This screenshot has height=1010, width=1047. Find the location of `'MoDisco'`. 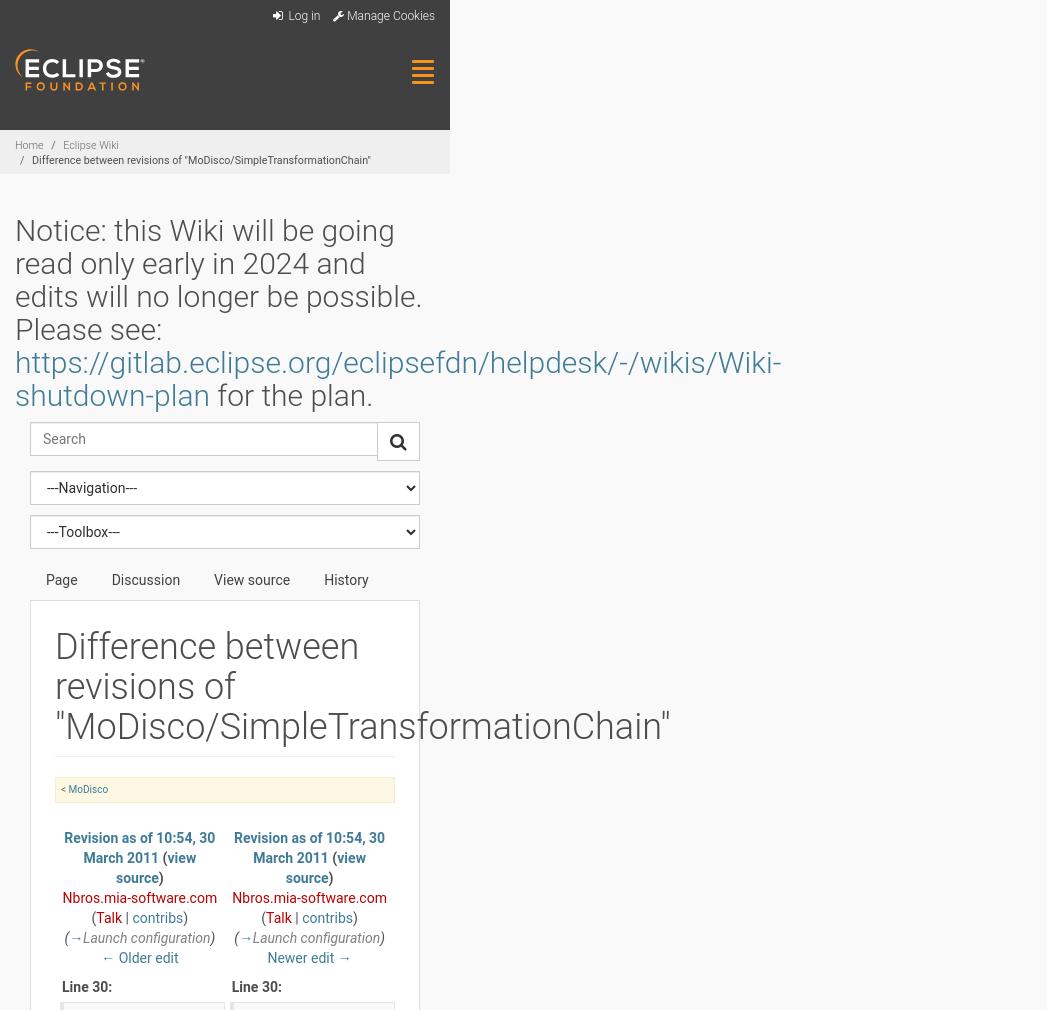

'MoDisco' is located at coordinates (87, 789).